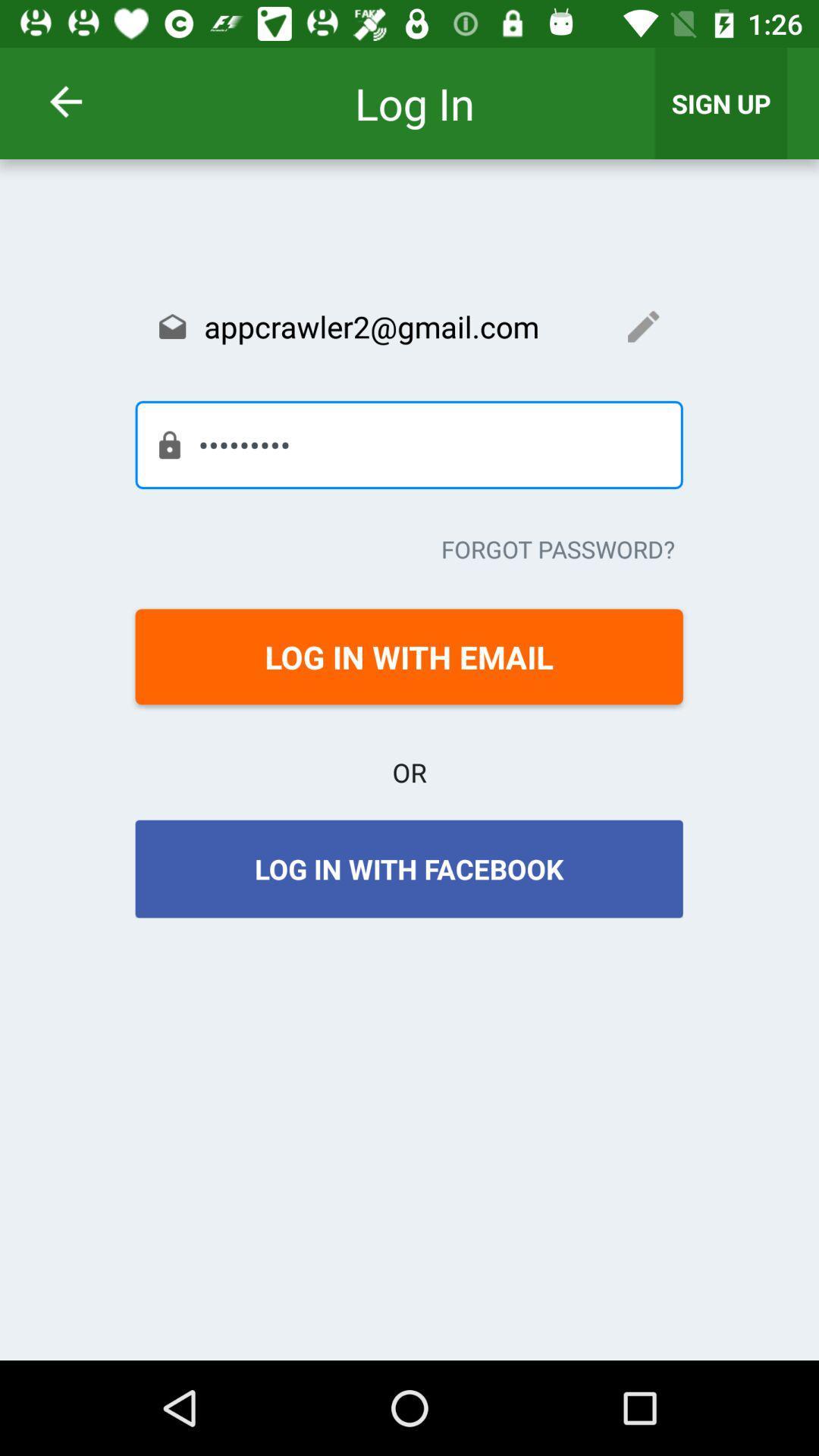 The image size is (819, 1456). I want to click on the icon above the appcrawler2@gmail.com item, so click(720, 102).